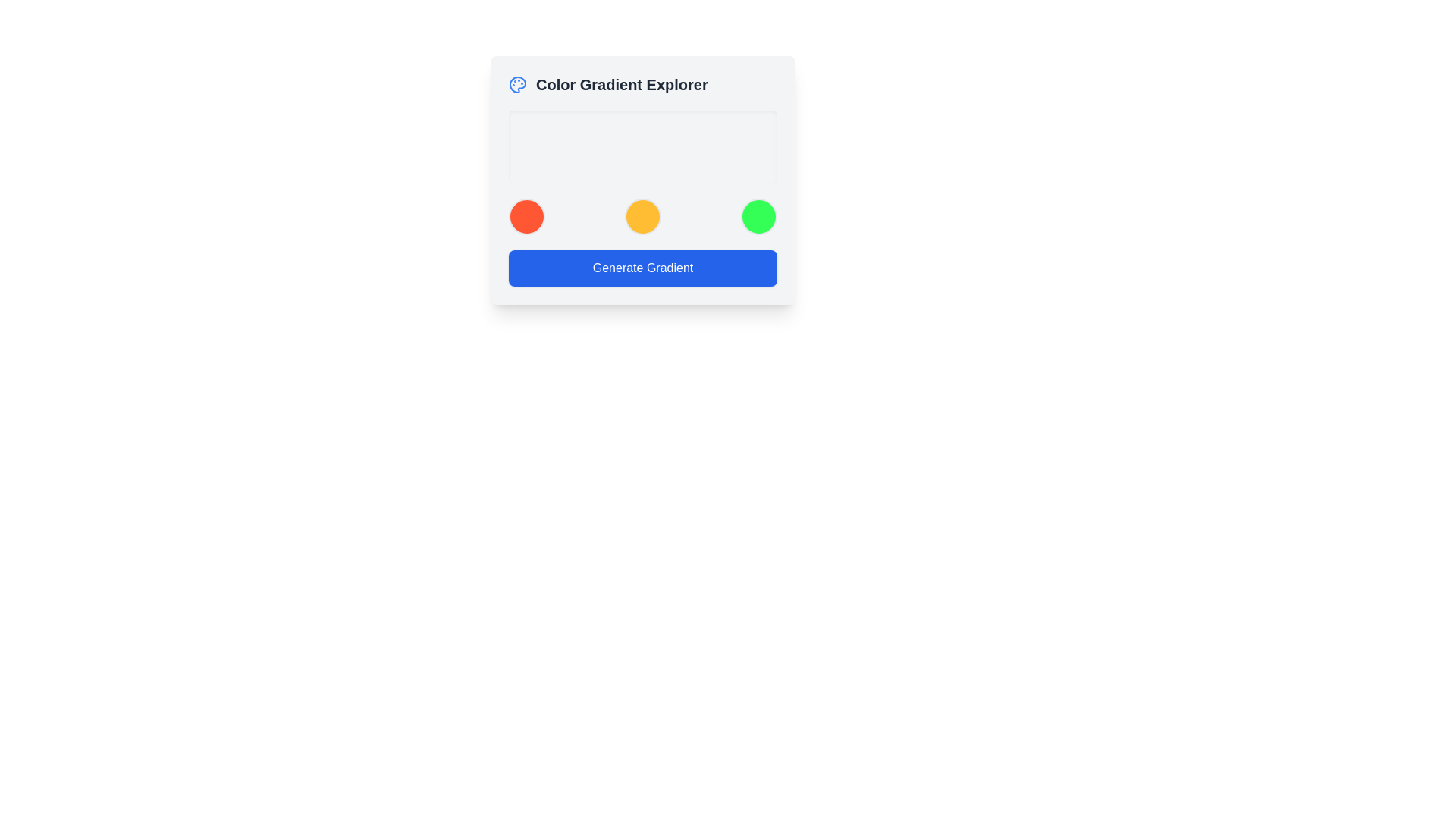 This screenshot has width=1456, height=819. I want to click on the rightmost circular UI component with a green background and a 2-pixel border, located above the blue 'Generate Gradient' button, so click(759, 216).